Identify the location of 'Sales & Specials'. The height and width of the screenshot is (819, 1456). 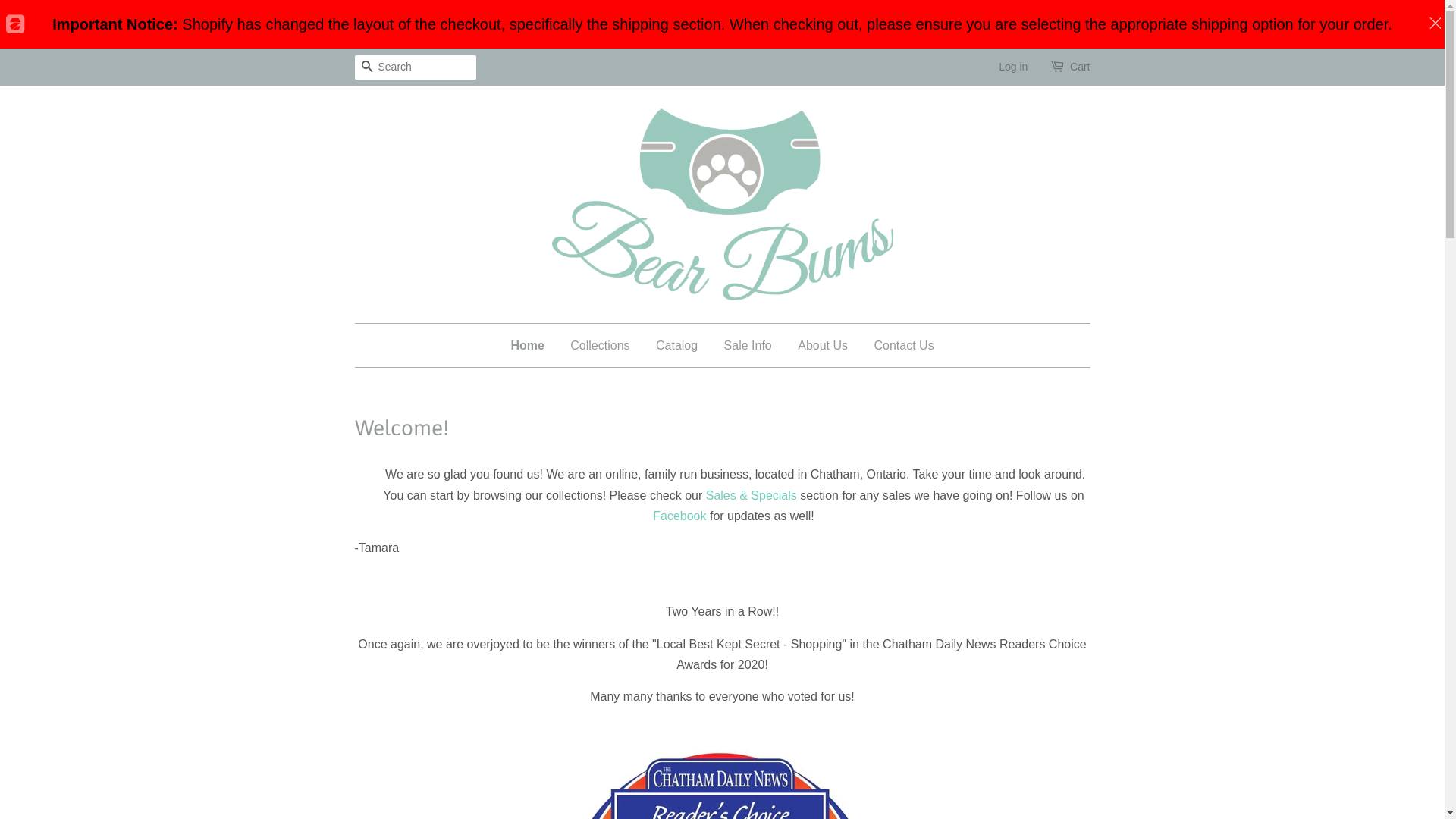
(751, 495).